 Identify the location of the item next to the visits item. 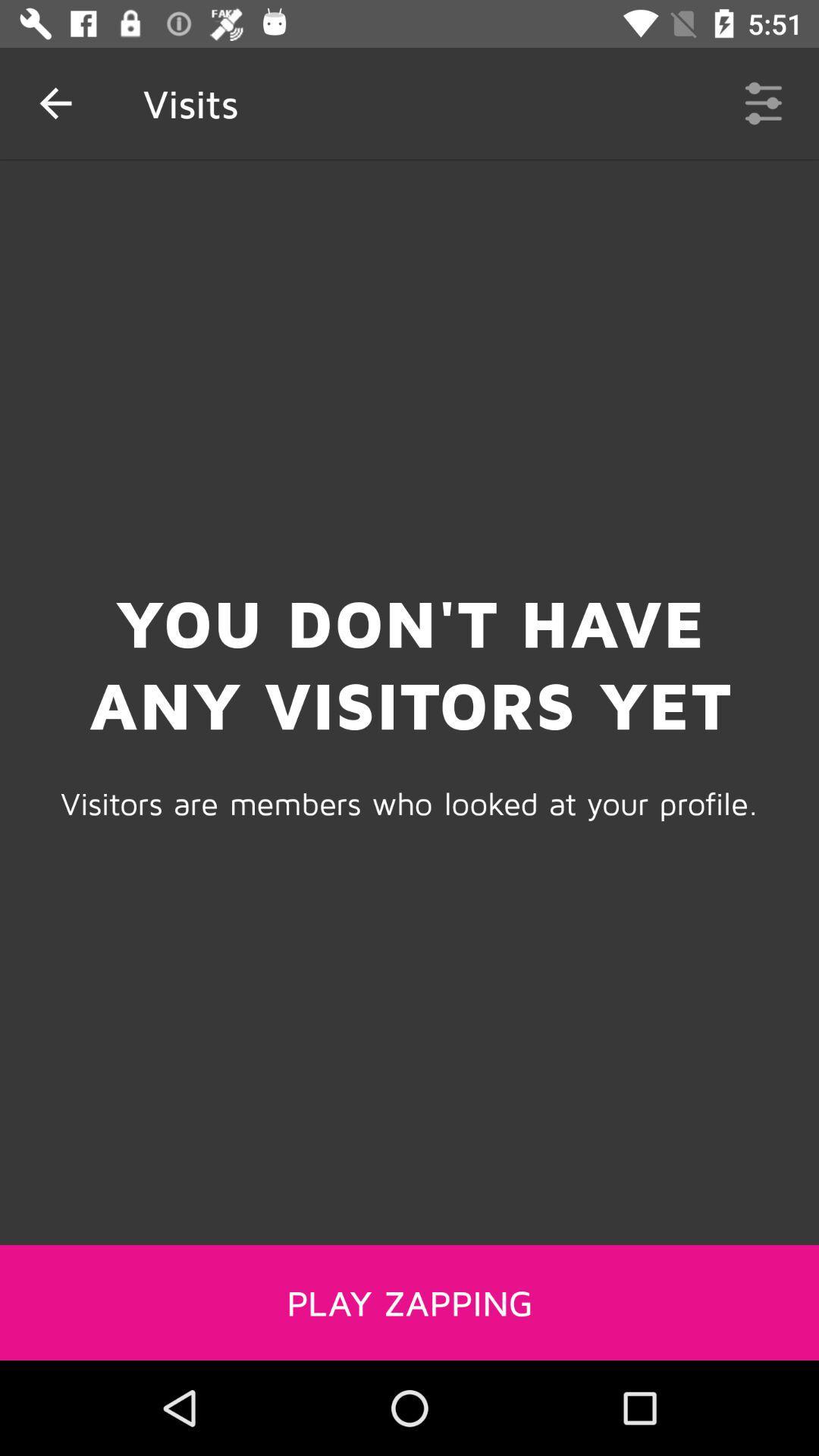
(55, 102).